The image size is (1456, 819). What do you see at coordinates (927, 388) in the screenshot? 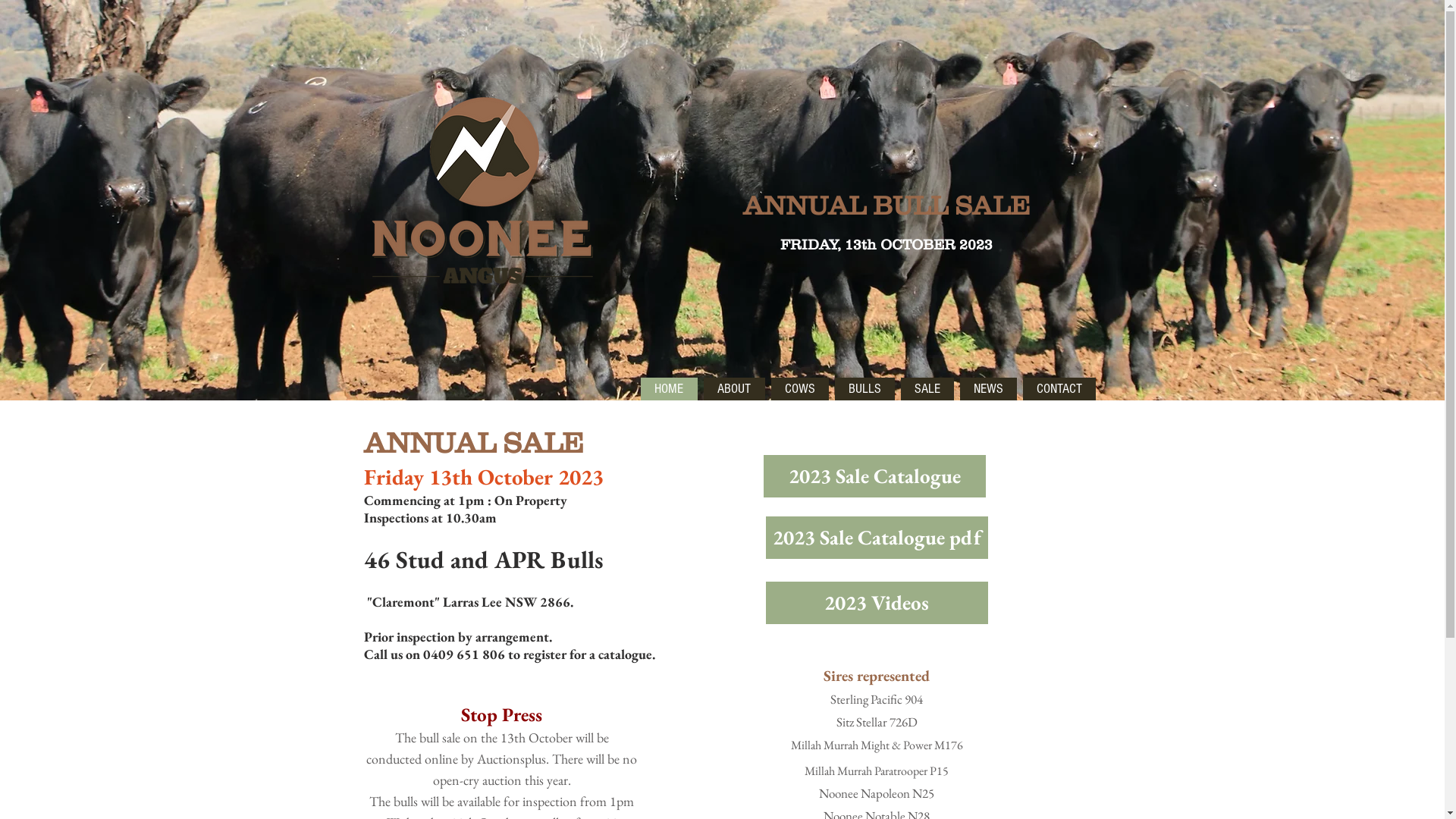
I see `'SALE'` at bounding box center [927, 388].